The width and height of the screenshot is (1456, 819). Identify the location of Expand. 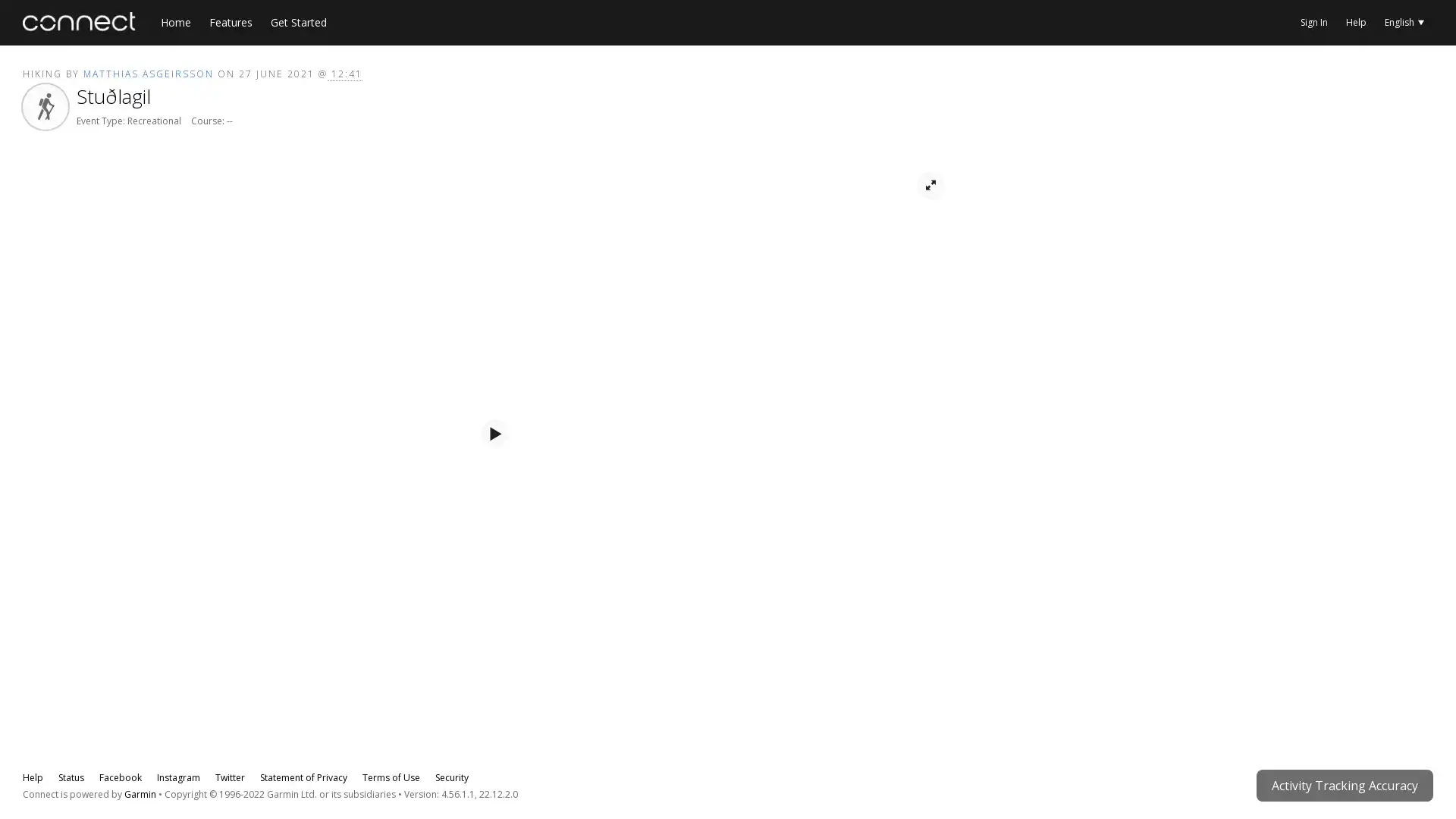
(938, 598).